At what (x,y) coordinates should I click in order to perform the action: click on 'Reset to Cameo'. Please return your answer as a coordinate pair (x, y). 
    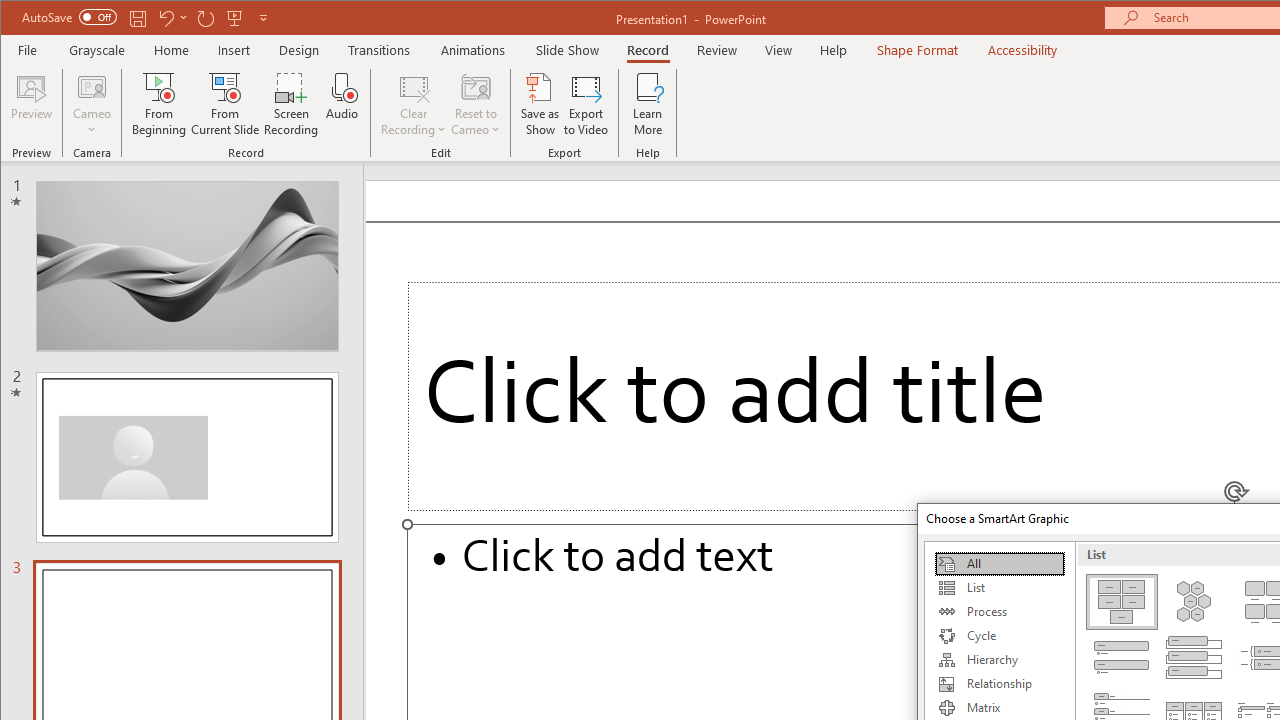
    Looking at the image, I should click on (475, 104).